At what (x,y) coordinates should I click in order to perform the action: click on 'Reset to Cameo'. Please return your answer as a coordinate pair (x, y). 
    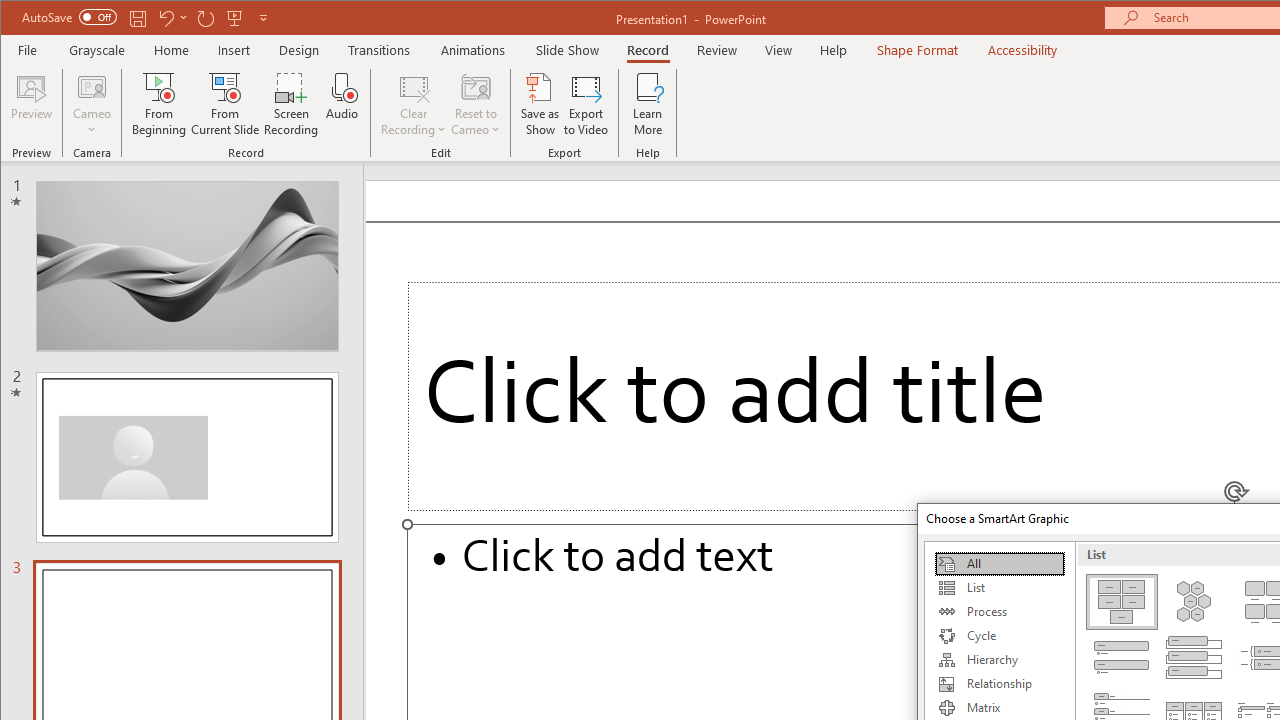
    Looking at the image, I should click on (475, 104).